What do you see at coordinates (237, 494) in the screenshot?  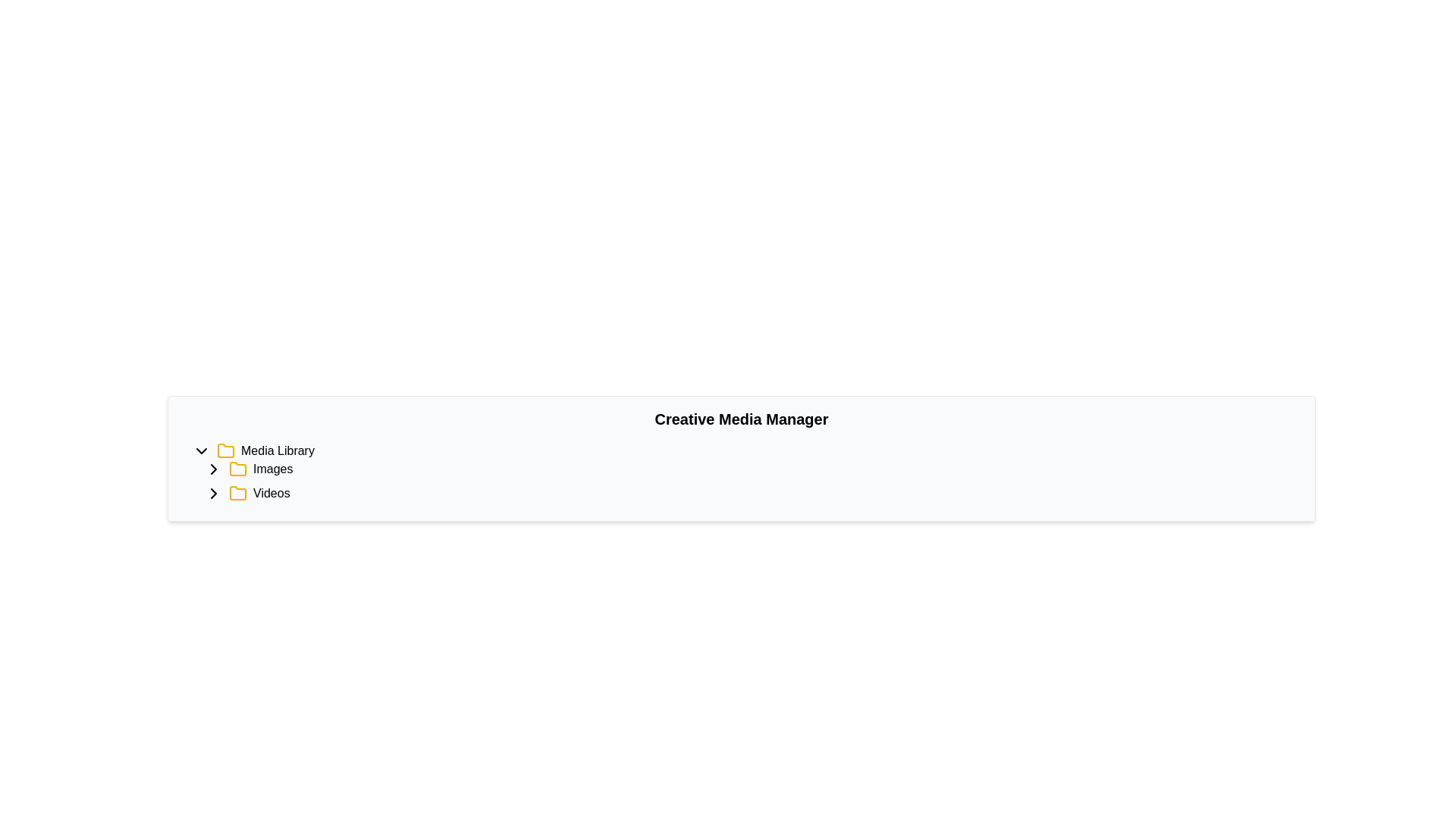 I see `the yellow folder icon that precedes the text labeled 'Videos', which is the third element in a list of folder icons` at bounding box center [237, 494].